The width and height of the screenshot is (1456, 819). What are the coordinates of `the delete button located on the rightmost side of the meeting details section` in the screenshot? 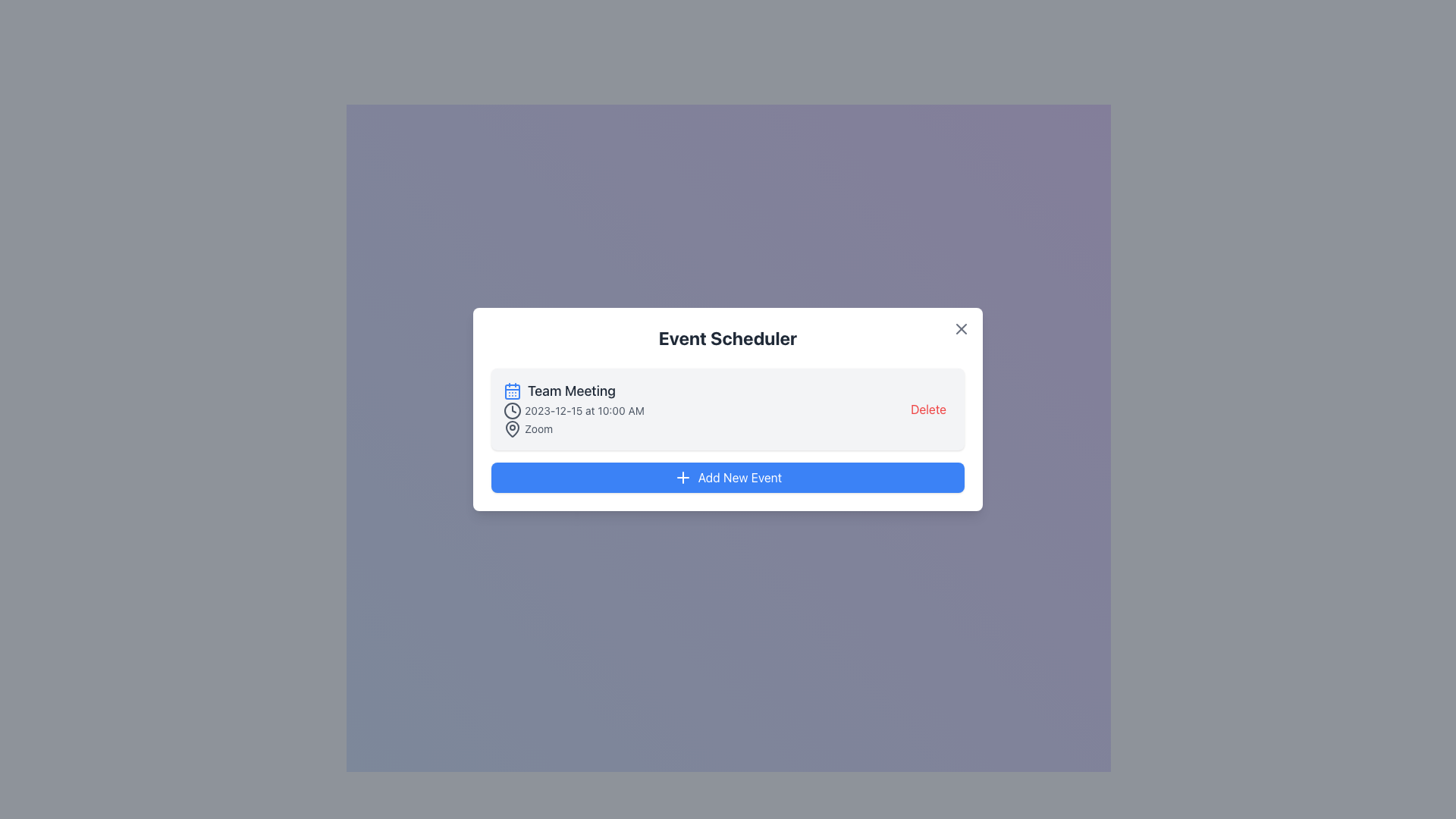 It's located at (927, 409).